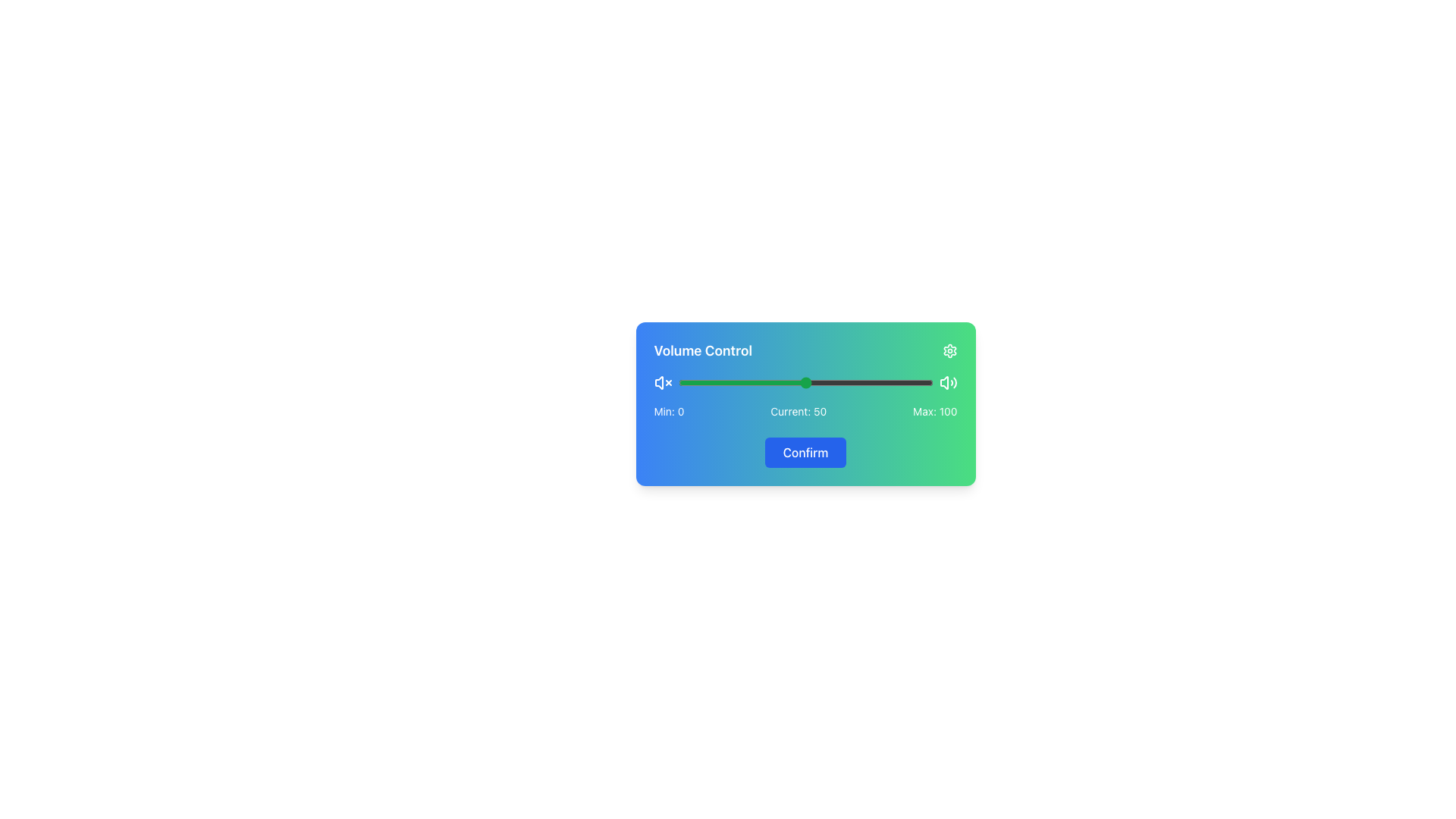 Image resolution: width=1456 pixels, height=819 pixels. I want to click on the green cogwheel-shaped settings icon located near the top-right corner of the panel, so click(949, 350).